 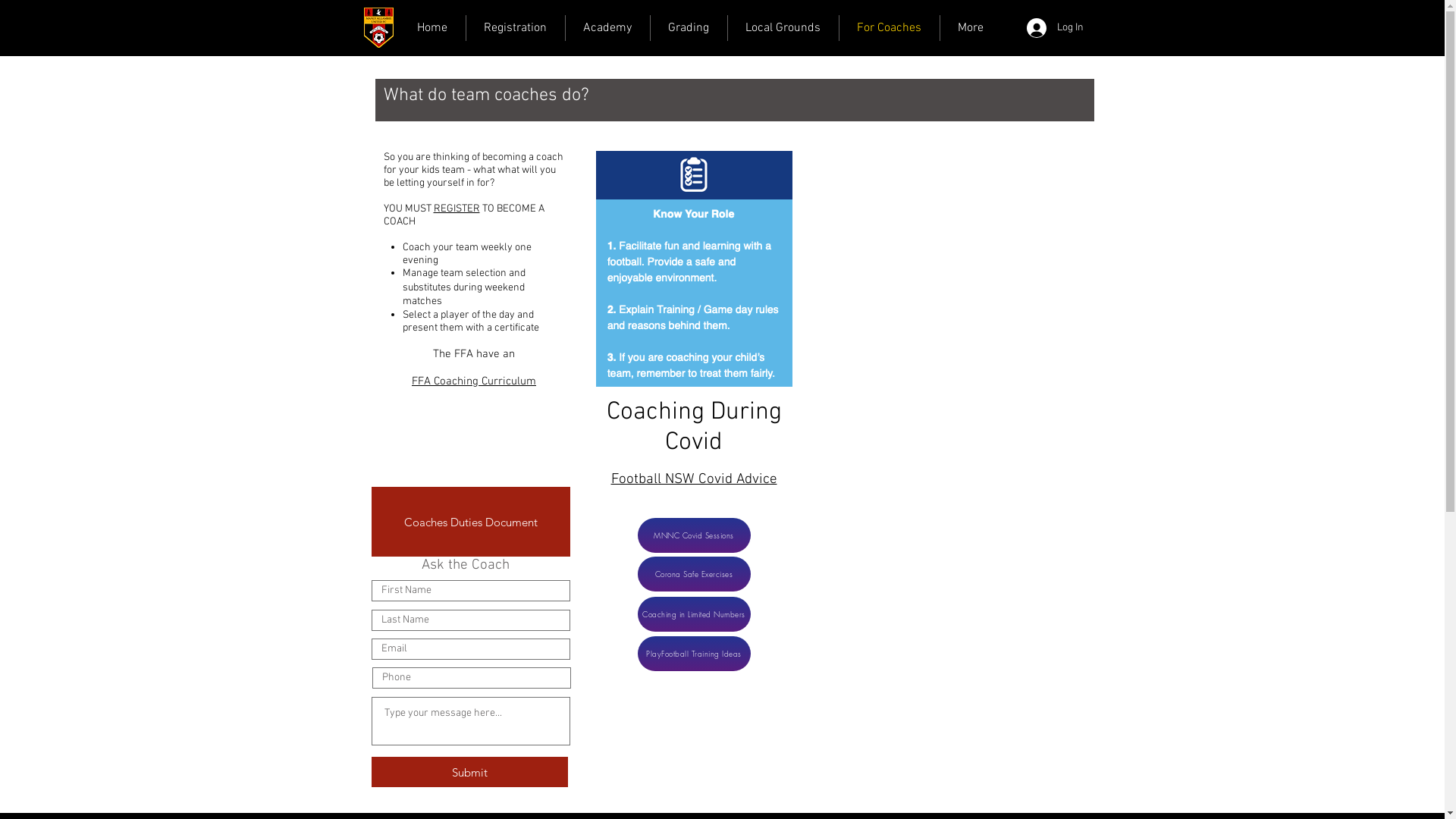 What do you see at coordinates (411, 380) in the screenshot?
I see `'FFA Coaching Curriculum'` at bounding box center [411, 380].